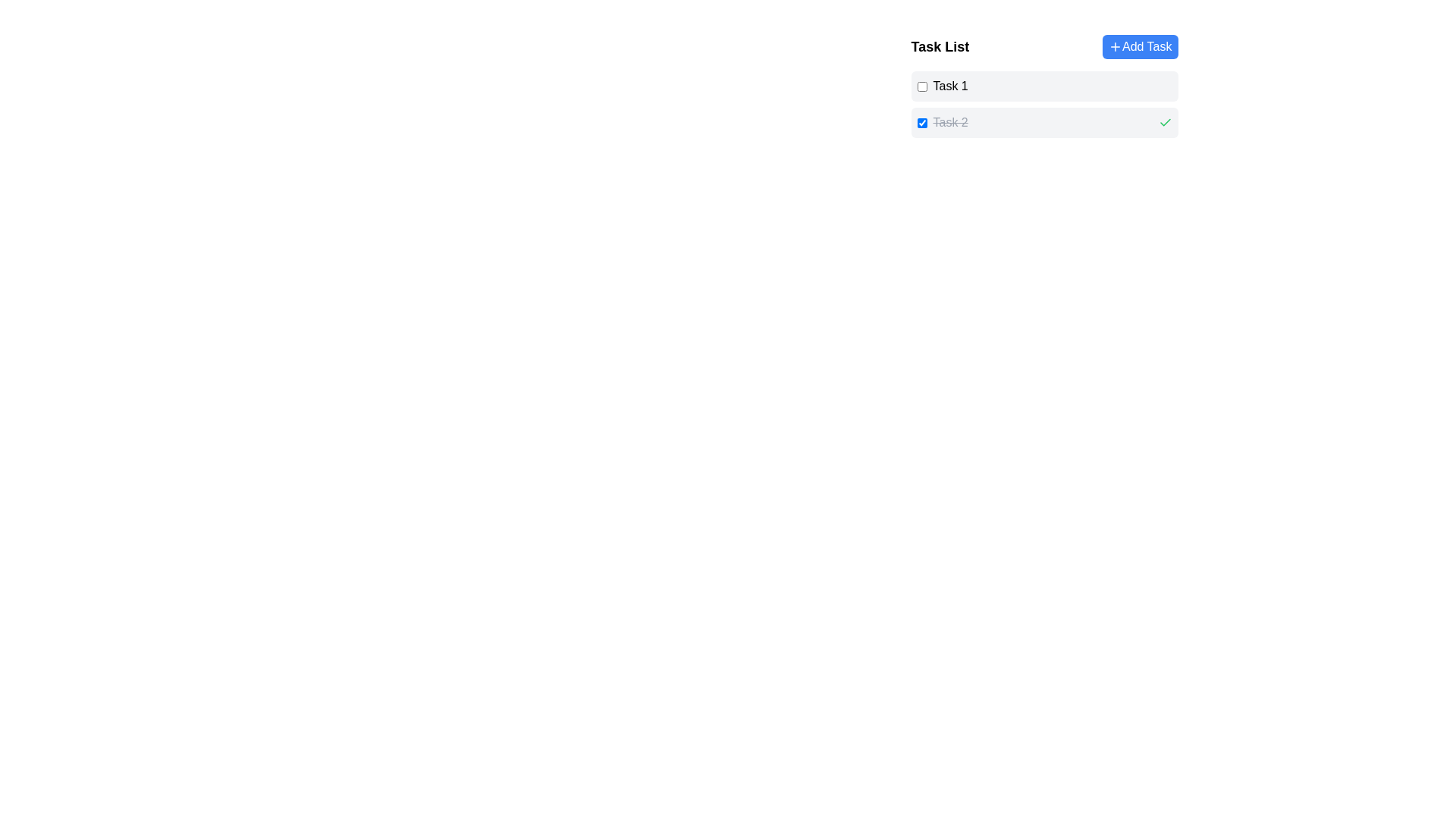 The image size is (1456, 819). What do you see at coordinates (1164, 122) in the screenshot?
I see `the green checkmark icon in the top right corner of the 'Task 2' row, which indicates completion or confirmation` at bounding box center [1164, 122].